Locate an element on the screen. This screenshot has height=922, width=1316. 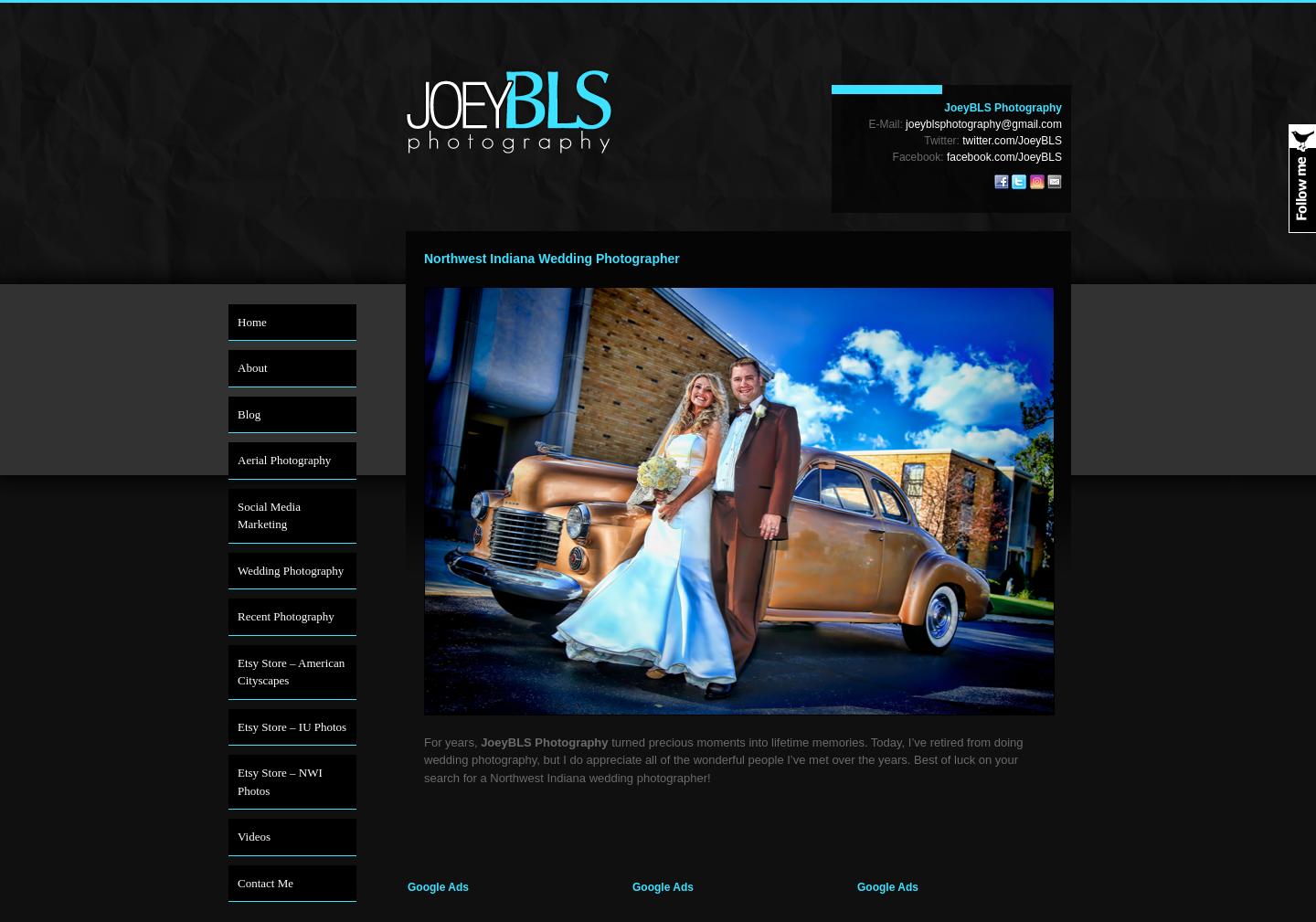
'facebook.com/JoeyBLS' is located at coordinates (1003, 156).